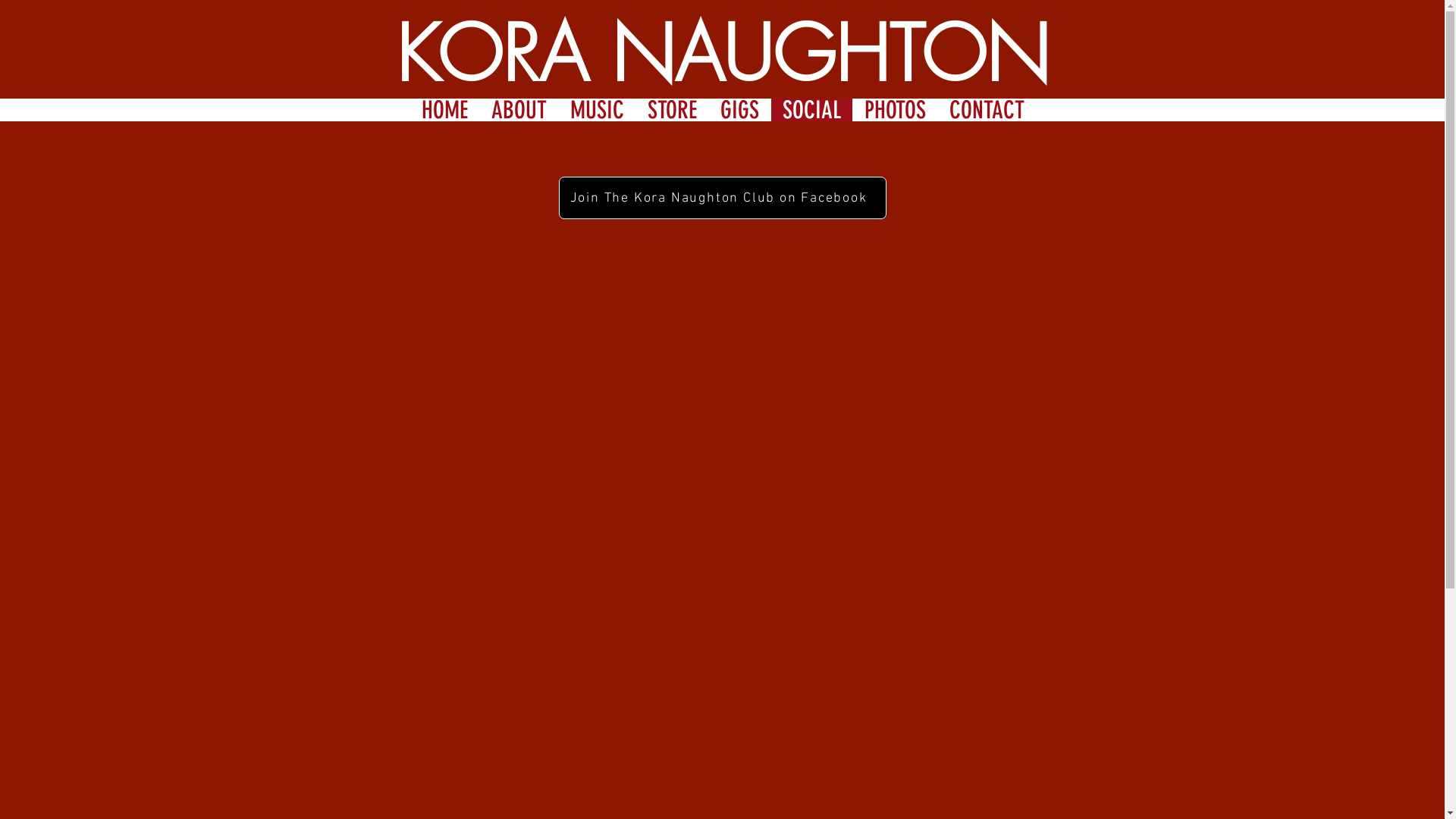 The width and height of the screenshot is (1456, 819). I want to click on 'ABOUT', so click(519, 109).